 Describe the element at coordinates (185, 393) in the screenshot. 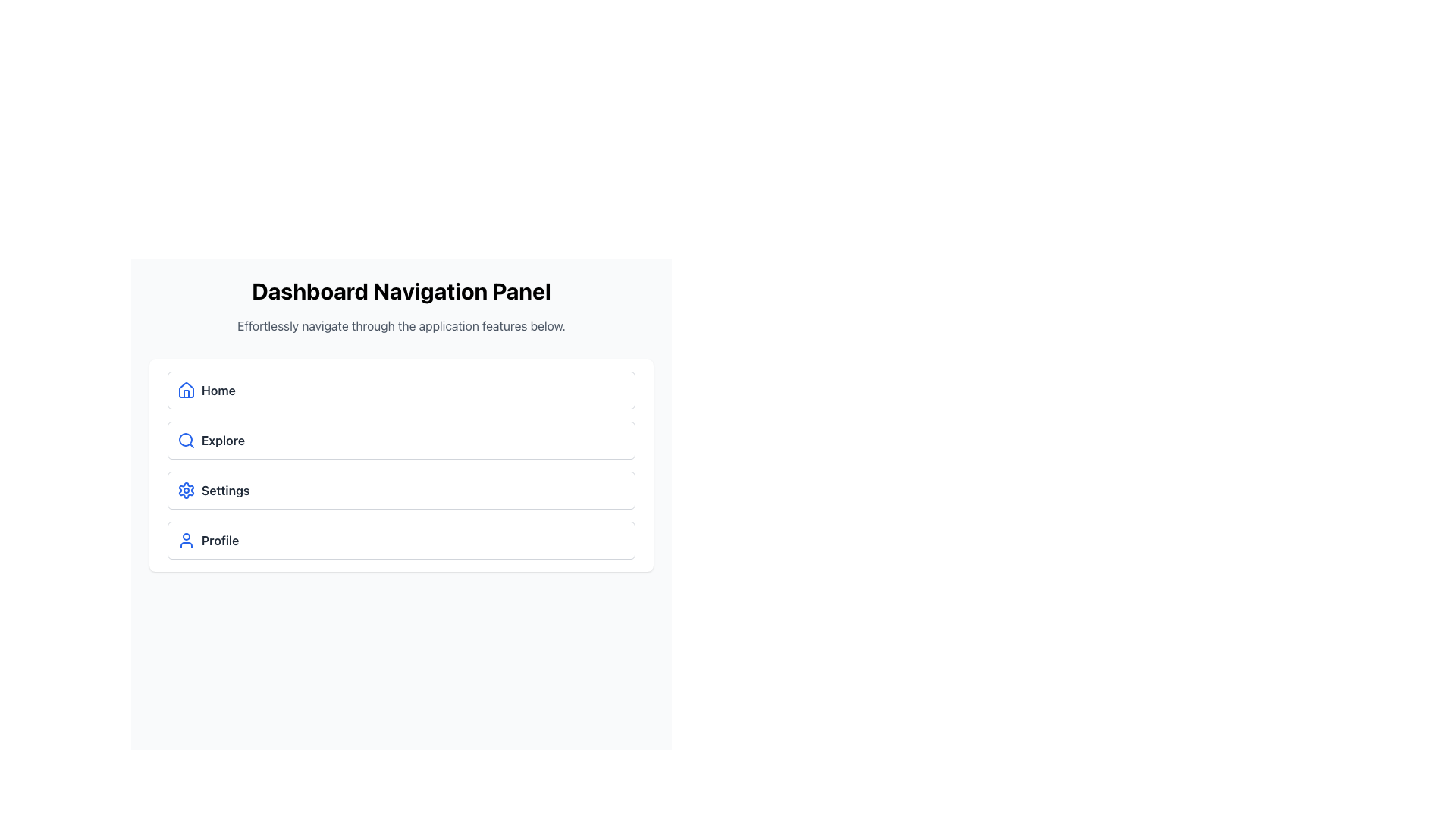

I see `the house structure icon, specifically the roof with supporting walls, located within the 'Home' navigation item` at that location.